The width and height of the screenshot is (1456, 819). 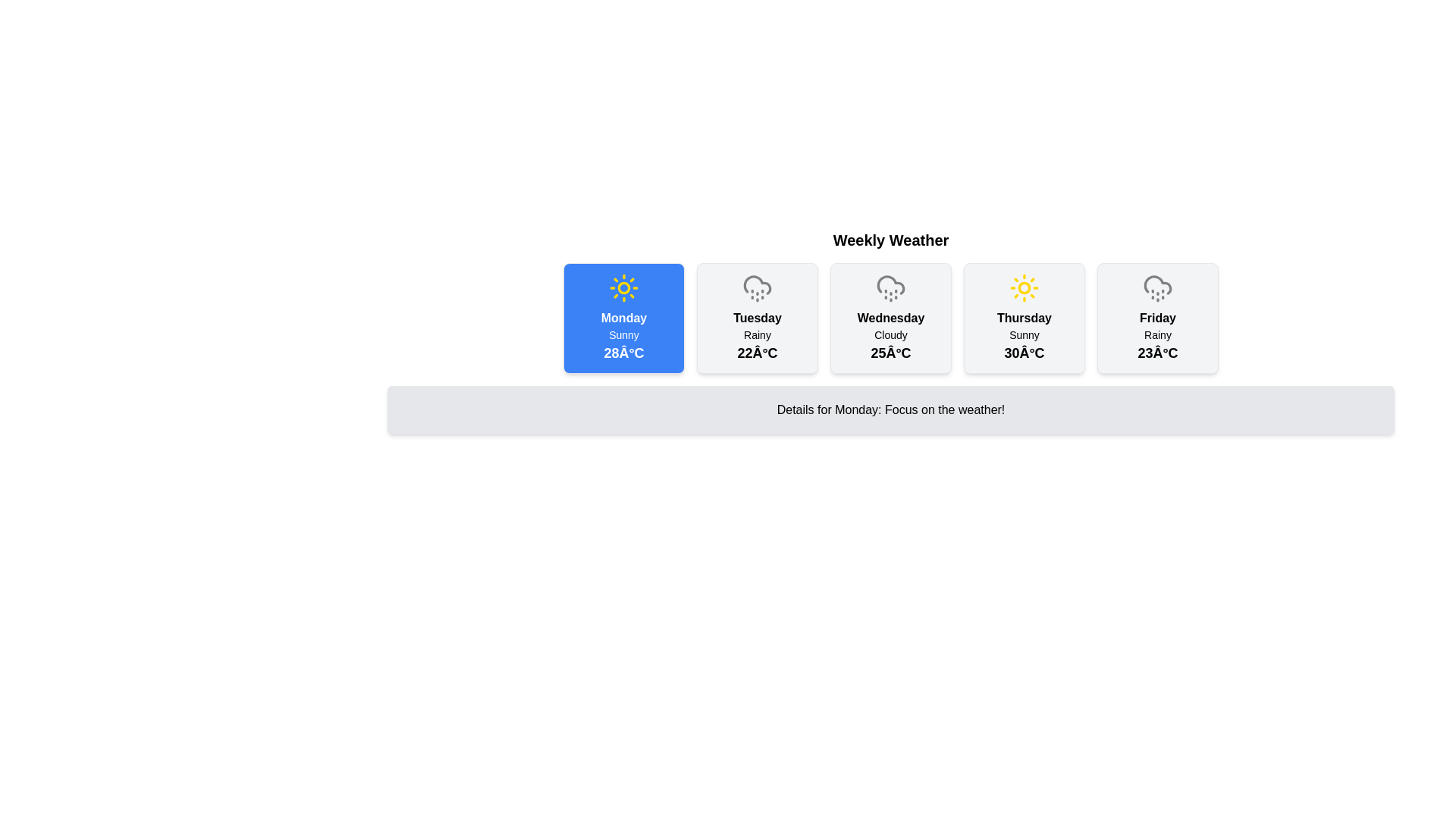 What do you see at coordinates (891, 318) in the screenshot?
I see `the weather forecast button for Wednesday, located between the Tuesday and Thursday weather cards` at bounding box center [891, 318].